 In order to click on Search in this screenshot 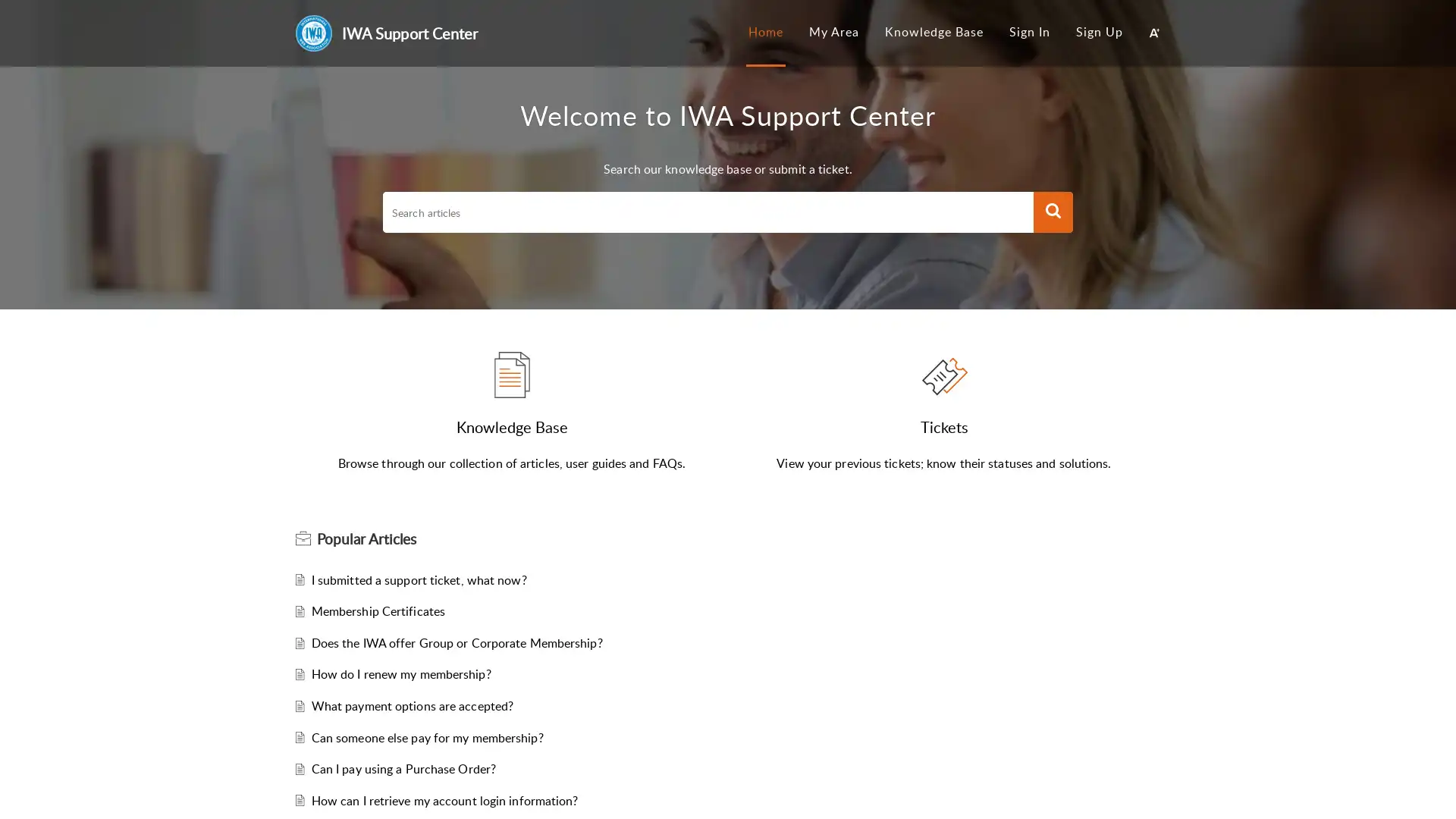, I will do `click(1052, 212)`.